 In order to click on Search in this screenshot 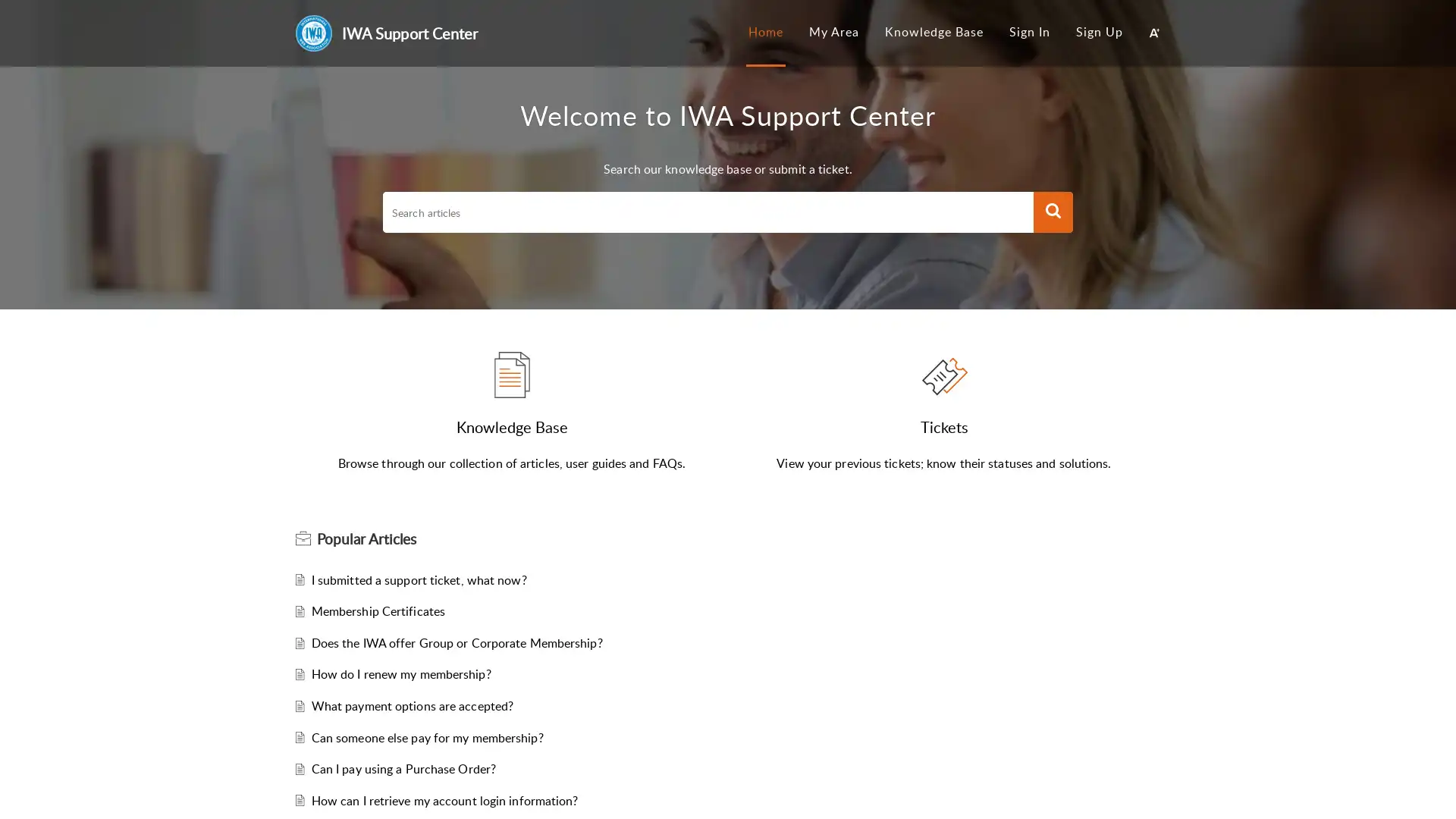, I will do `click(1052, 212)`.